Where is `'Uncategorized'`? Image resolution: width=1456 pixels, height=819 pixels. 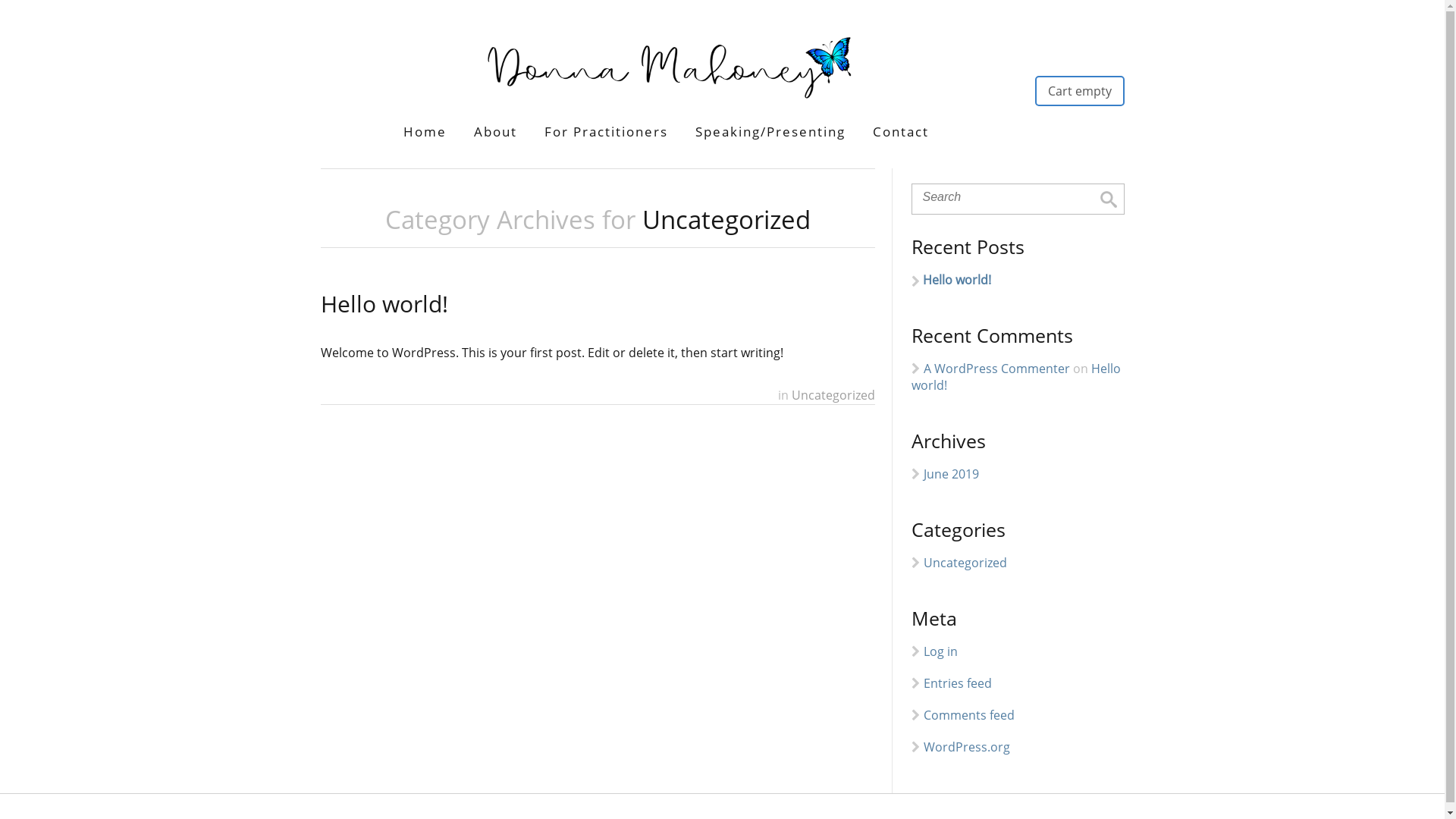 'Uncategorized' is located at coordinates (923, 562).